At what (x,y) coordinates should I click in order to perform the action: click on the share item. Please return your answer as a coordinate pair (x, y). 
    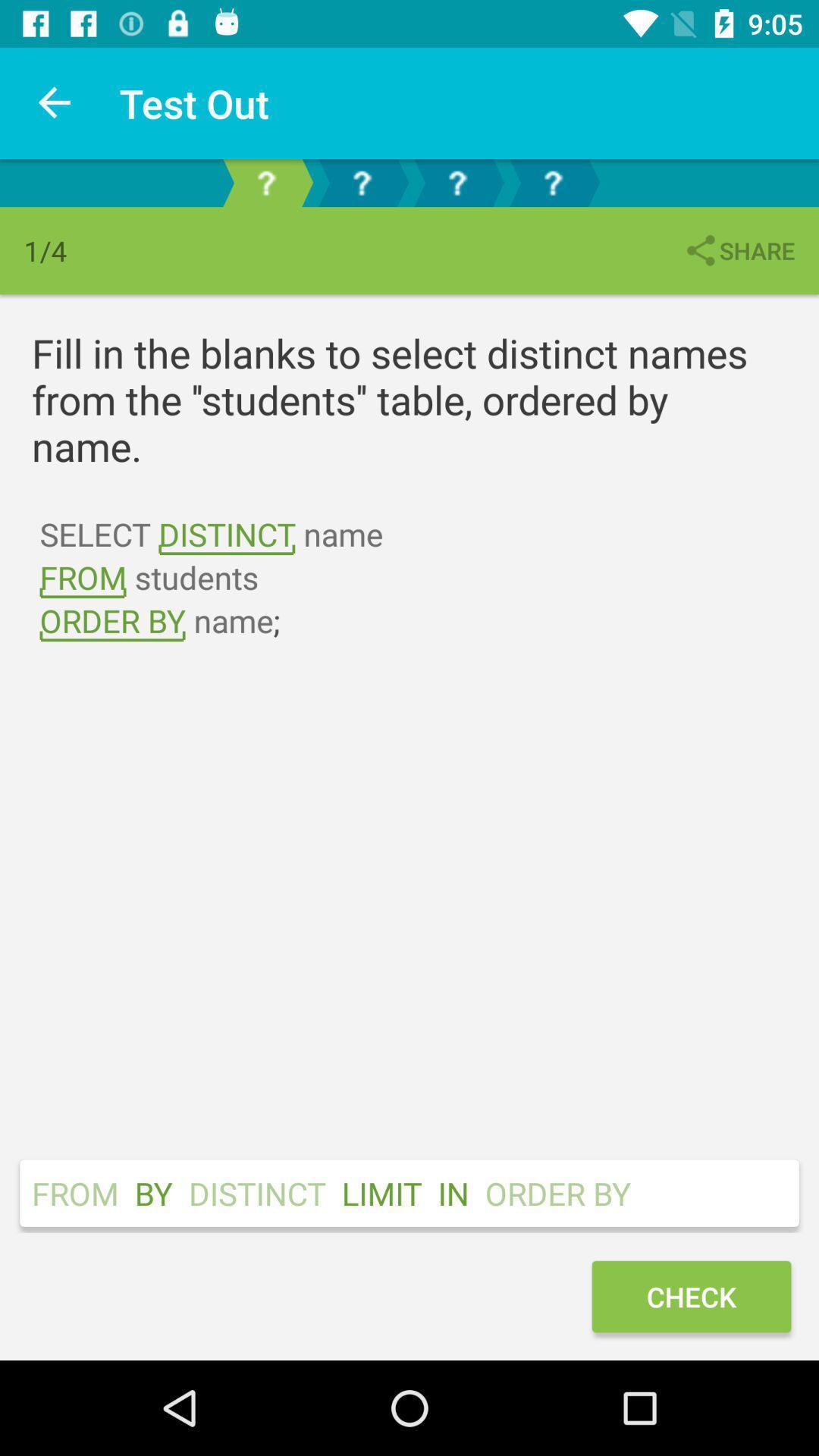
    Looking at the image, I should click on (738, 250).